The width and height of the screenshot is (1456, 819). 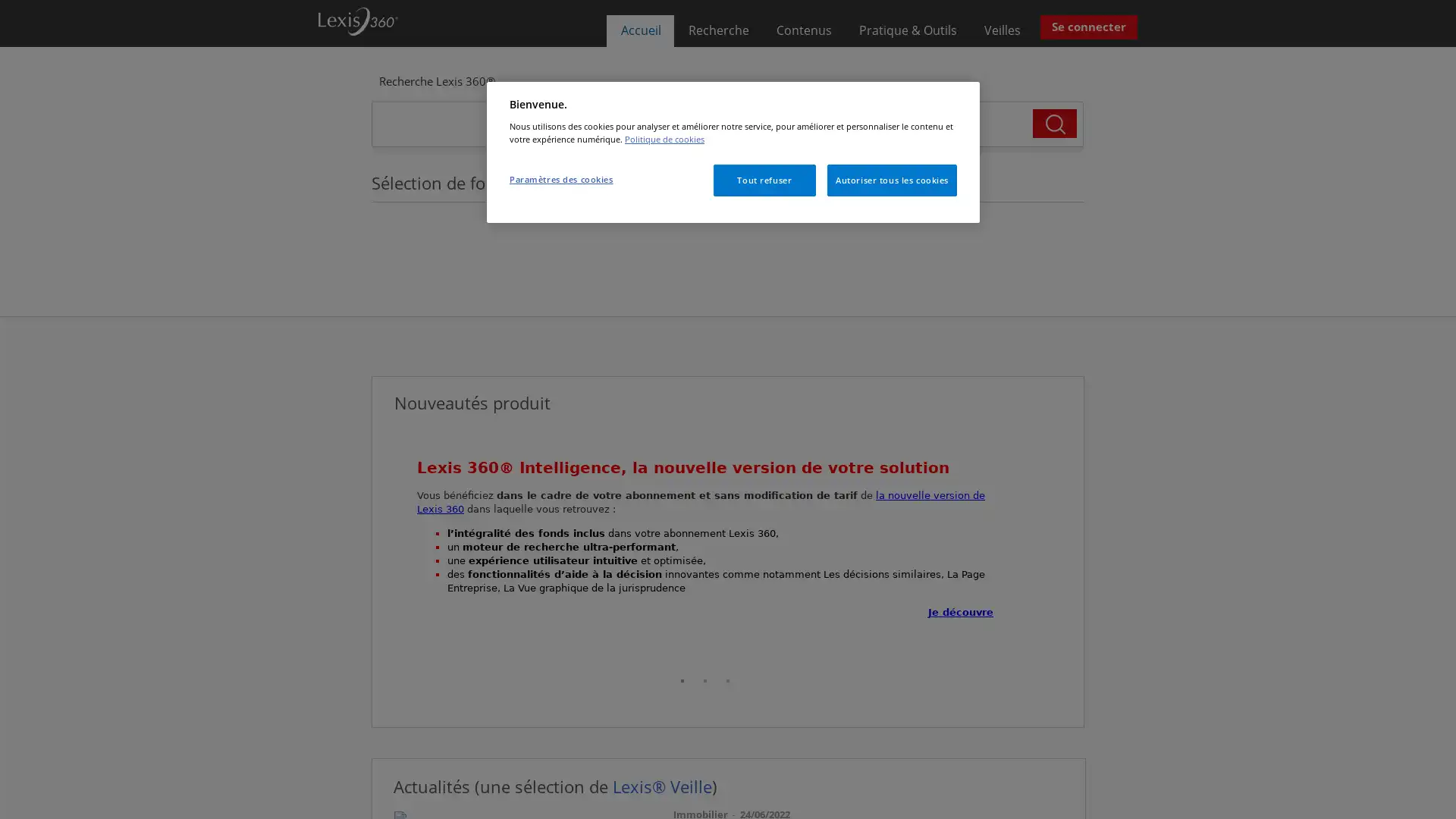 I want to click on Tout refuser, so click(x=764, y=178).